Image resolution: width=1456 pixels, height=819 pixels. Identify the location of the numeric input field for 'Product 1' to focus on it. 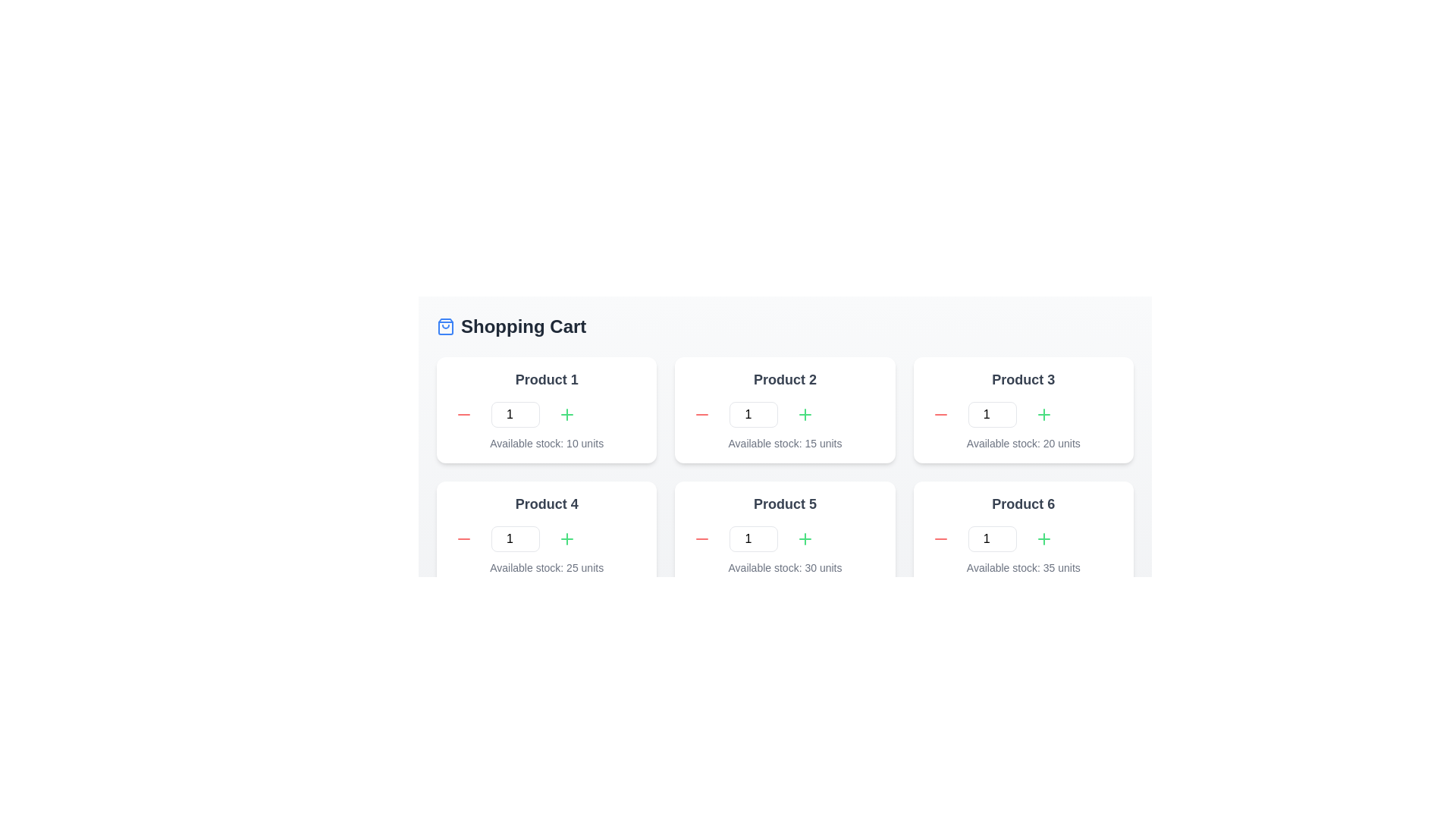
(516, 415).